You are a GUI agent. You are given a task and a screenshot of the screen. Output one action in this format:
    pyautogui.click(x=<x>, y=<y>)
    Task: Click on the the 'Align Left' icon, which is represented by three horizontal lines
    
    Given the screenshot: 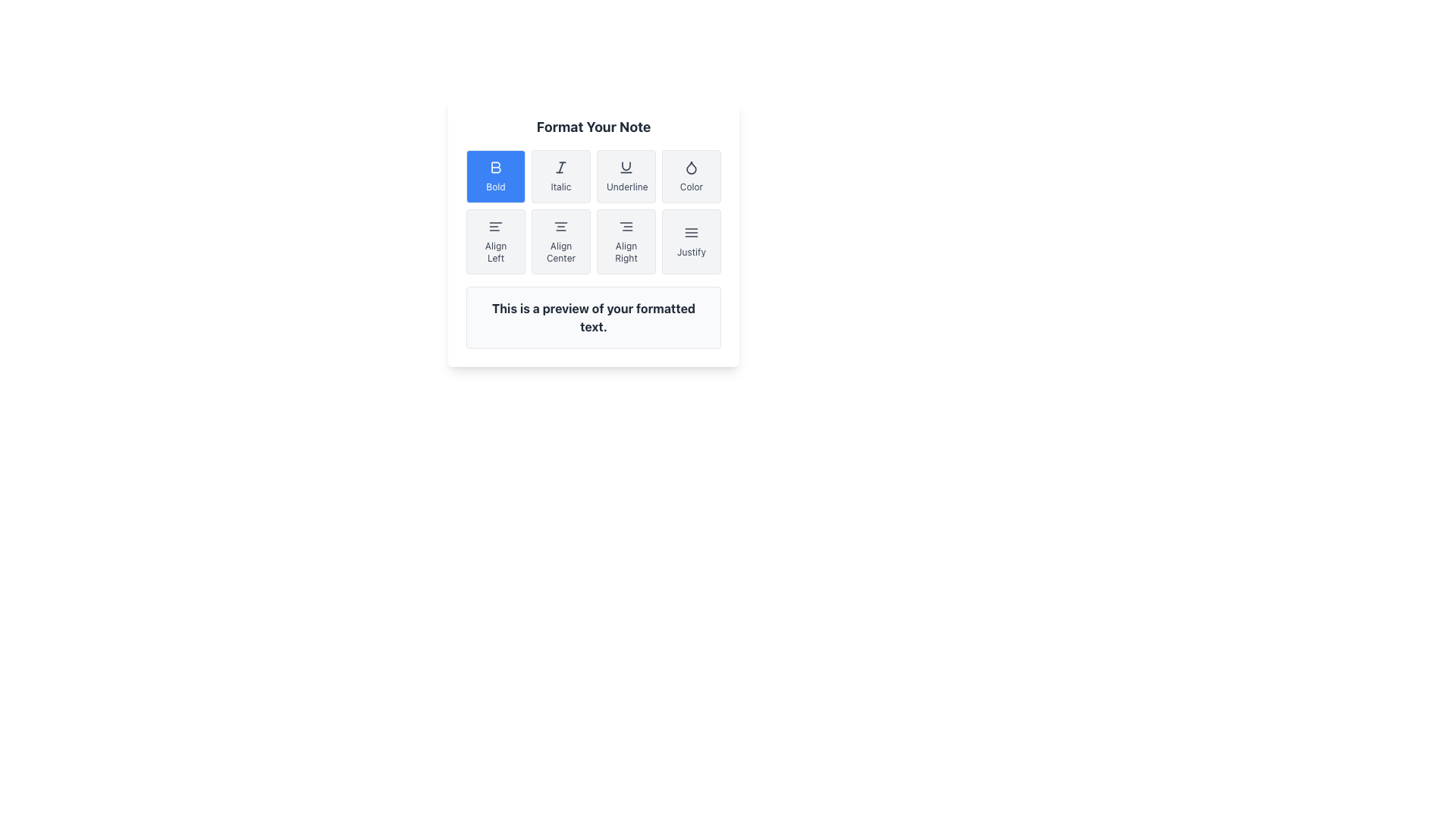 What is the action you would take?
    pyautogui.click(x=495, y=227)
    